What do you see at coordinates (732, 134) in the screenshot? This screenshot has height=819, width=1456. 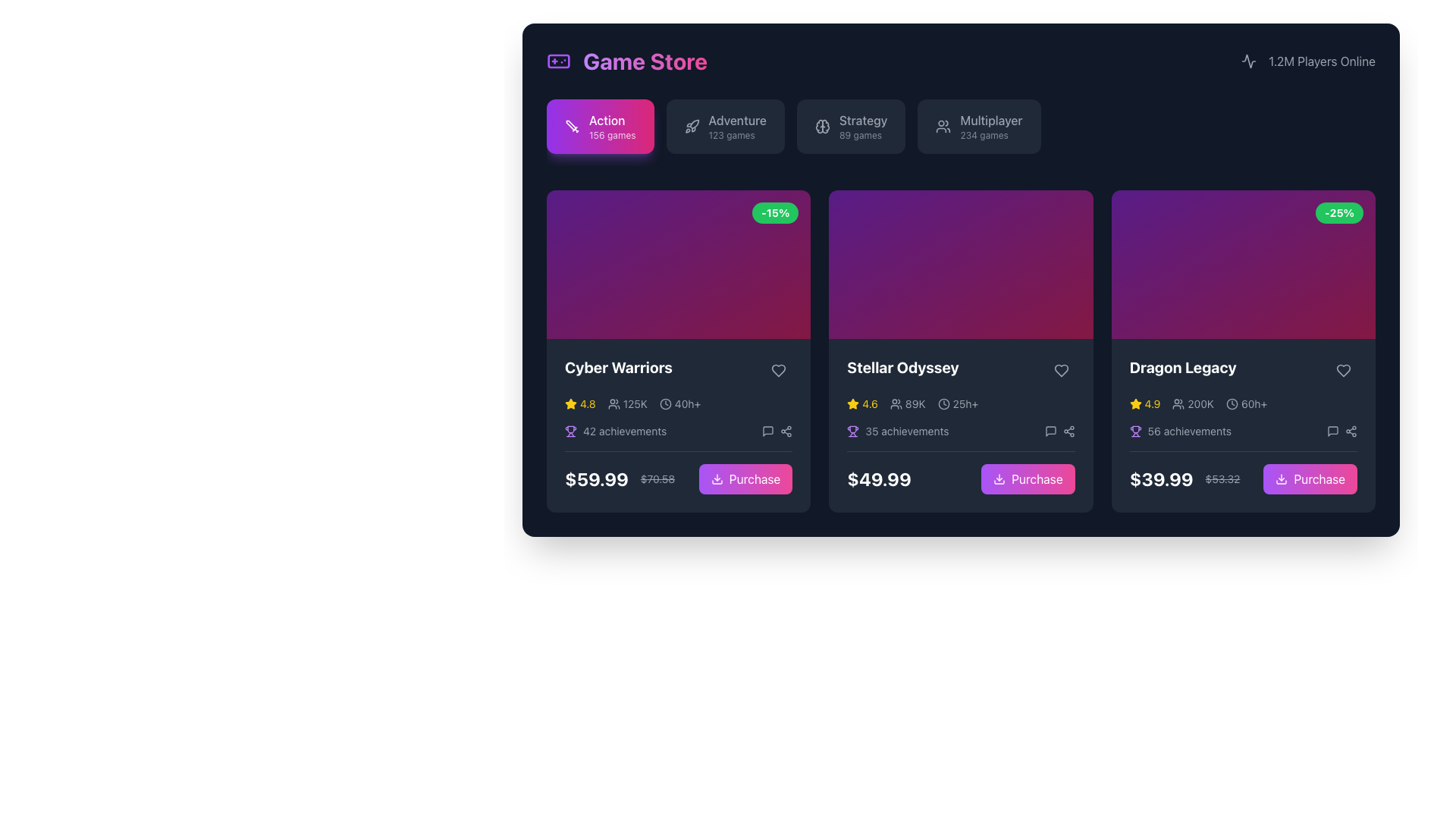 I see `displayed text '123 games' from the text block located below the 'Adventure' label in the upper-right quadrant of the interface` at bounding box center [732, 134].